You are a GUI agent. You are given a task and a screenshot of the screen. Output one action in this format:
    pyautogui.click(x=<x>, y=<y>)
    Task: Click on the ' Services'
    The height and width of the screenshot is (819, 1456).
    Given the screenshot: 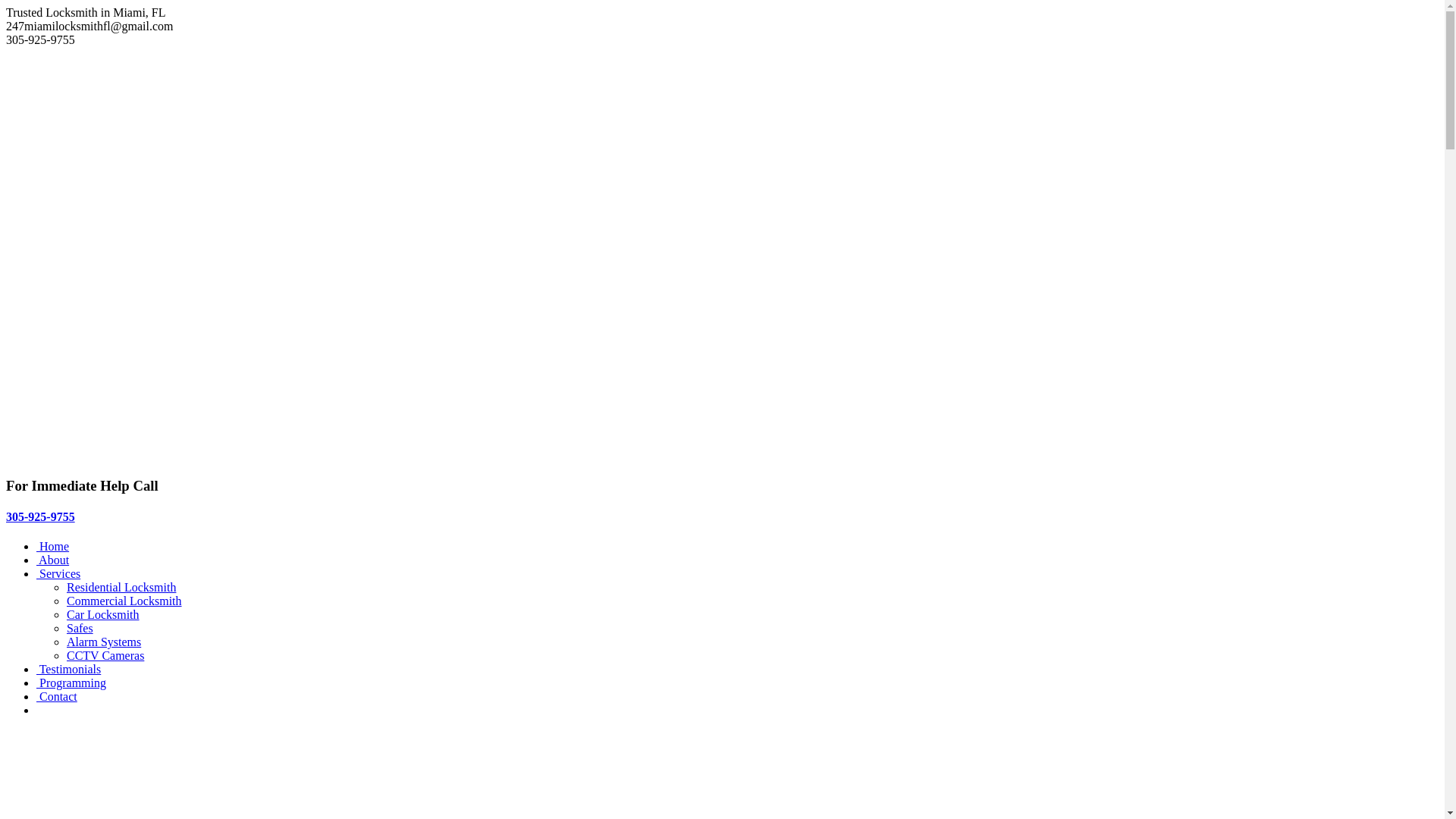 What is the action you would take?
    pyautogui.click(x=58, y=573)
    